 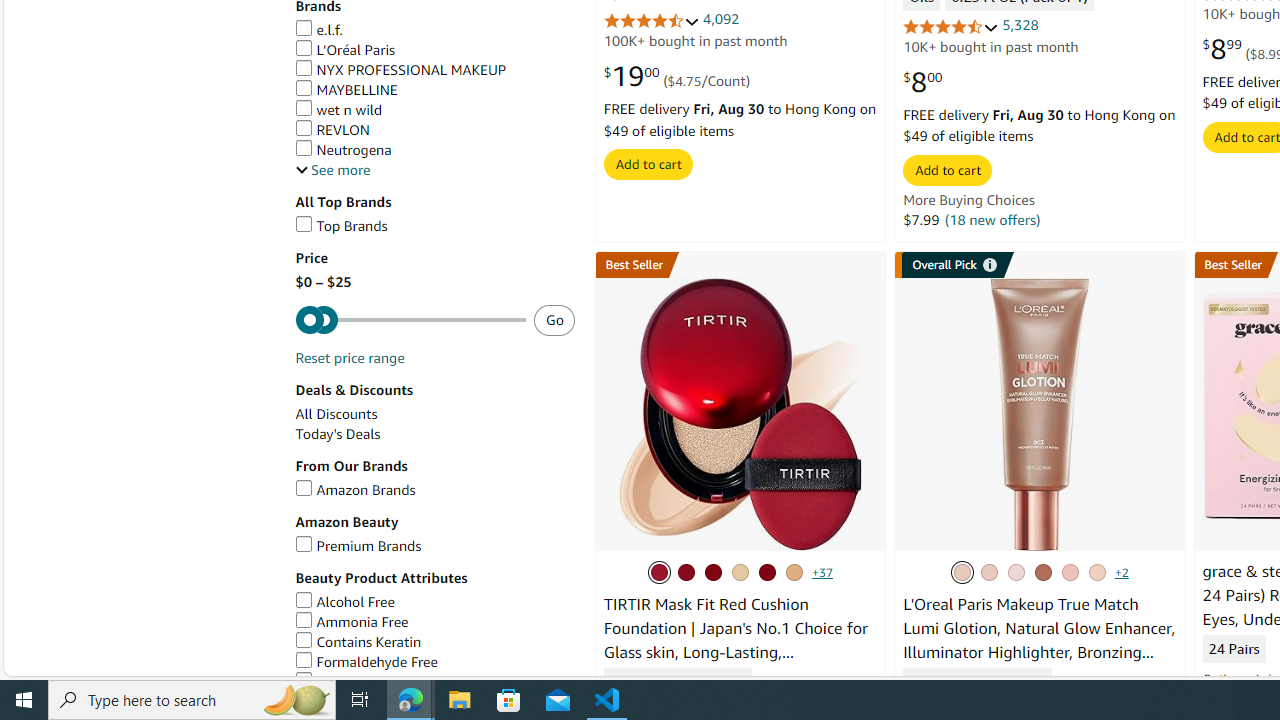 What do you see at coordinates (950, 26) in the screenshot?
I see `'4.6 out of 5 stars'` at bounding box center [950, 26].